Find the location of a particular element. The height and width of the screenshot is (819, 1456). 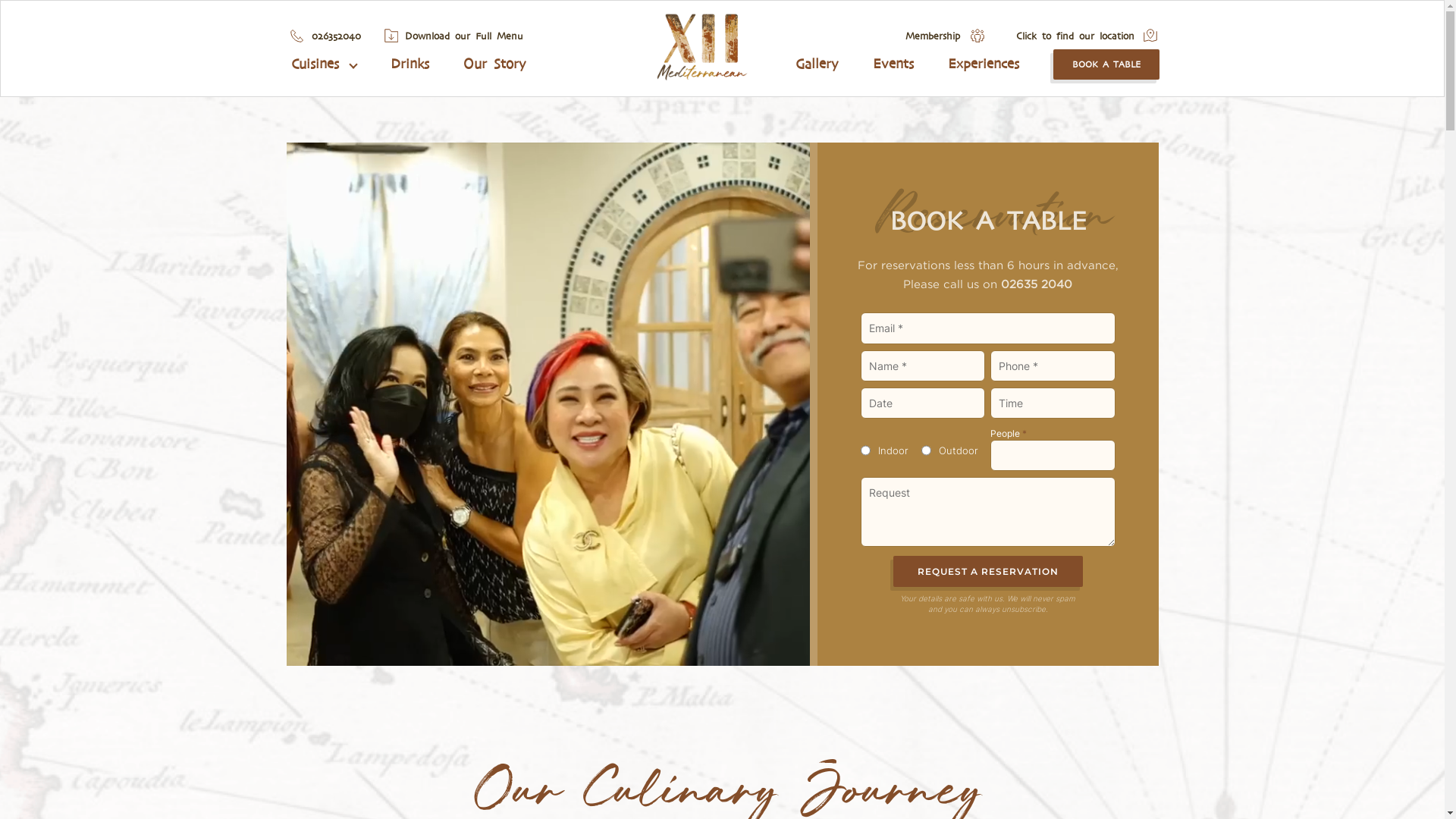

'BOOK A TABLE' is located at coordinates (1106, 63).